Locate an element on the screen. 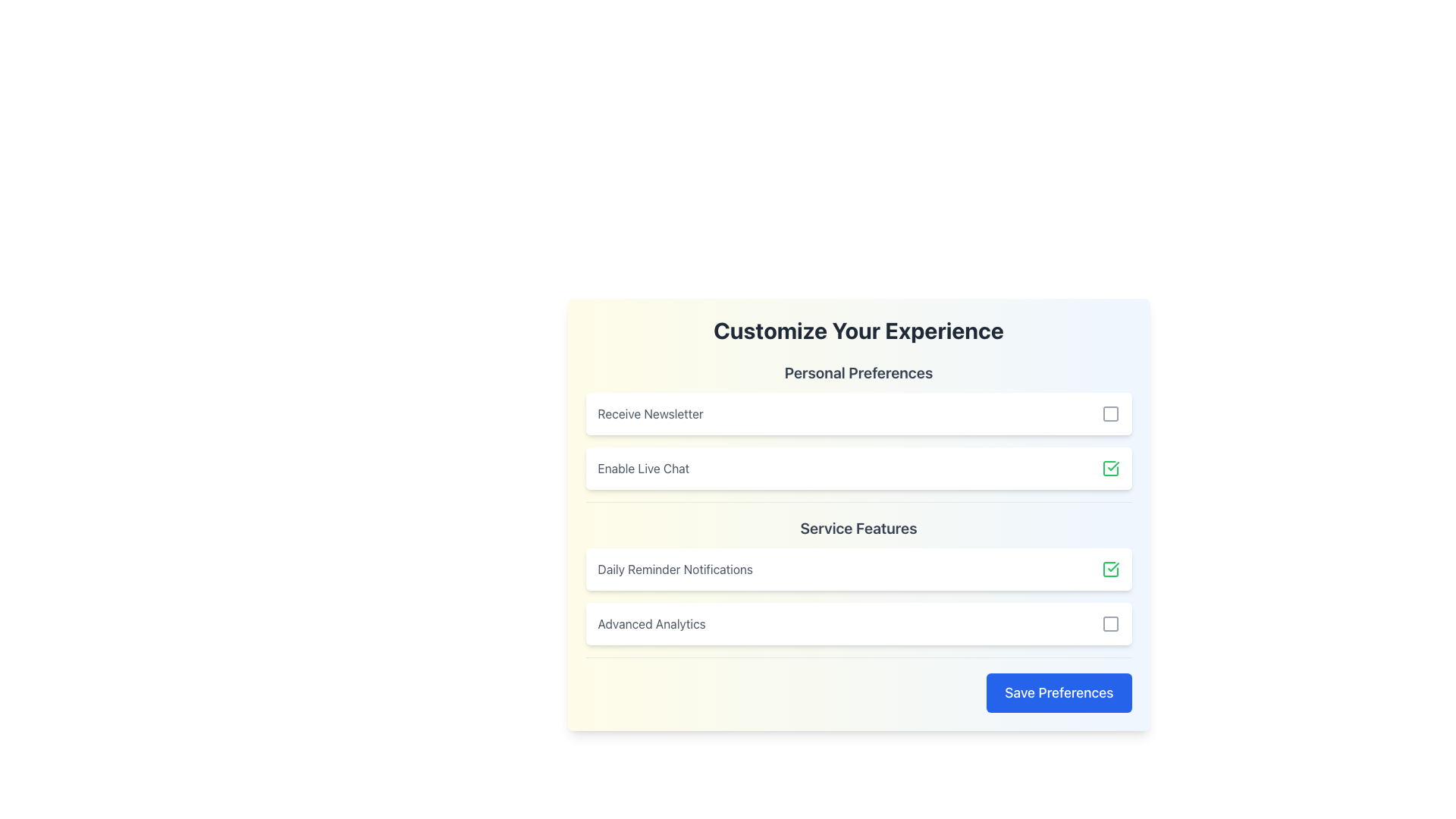 The width and height of the screenshot is (1456, 819). the 'Receive Newsletter' label, which is the first preference option under the 'Personal Preferences' header is located at coordinates (651, 414).